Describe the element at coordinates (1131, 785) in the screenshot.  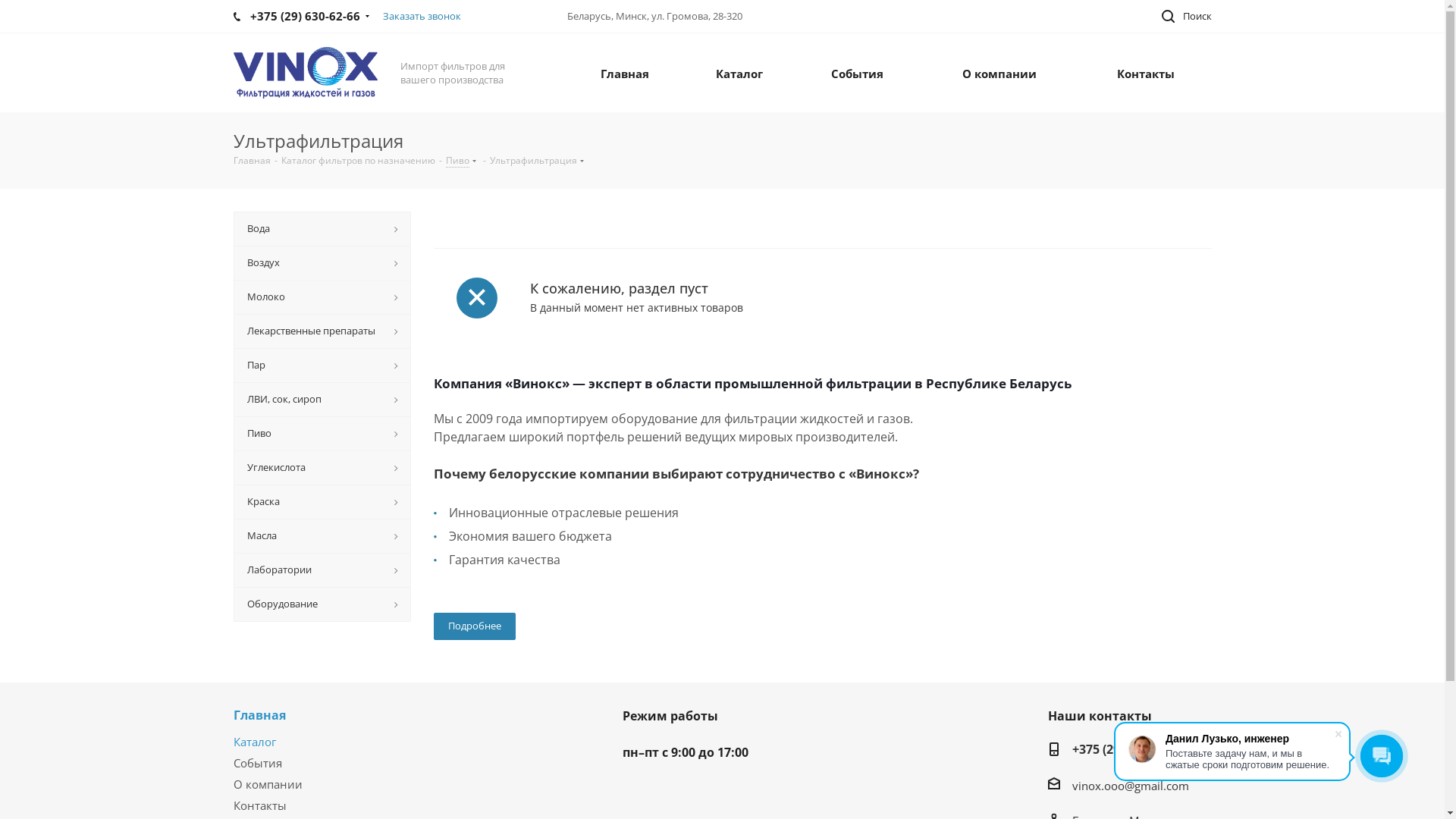
I see `'vinox.ooo@gmail.com'` at that location.